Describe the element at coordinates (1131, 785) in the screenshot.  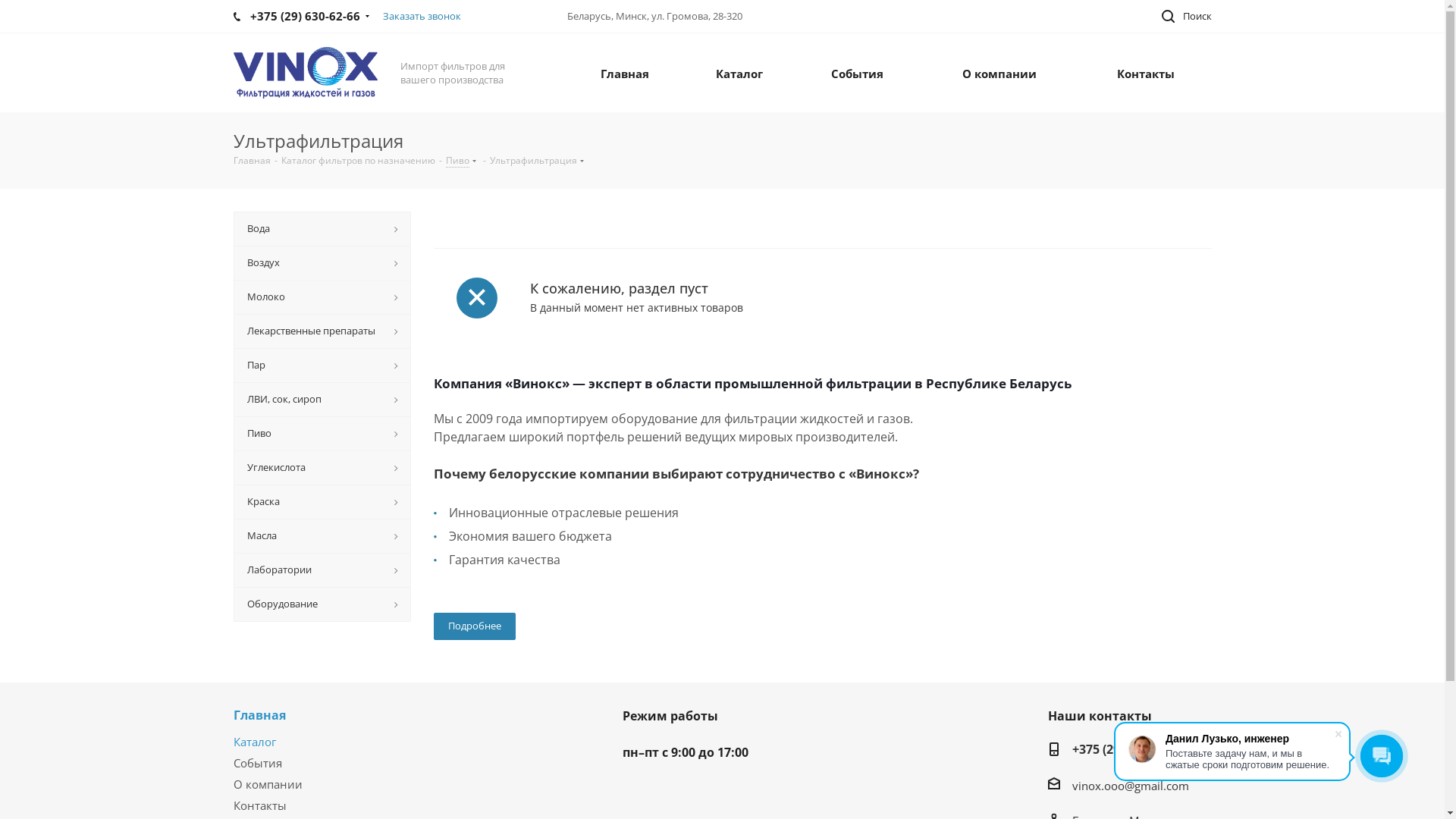
I see `'vinox.ooo@gmail.com'` at that location.